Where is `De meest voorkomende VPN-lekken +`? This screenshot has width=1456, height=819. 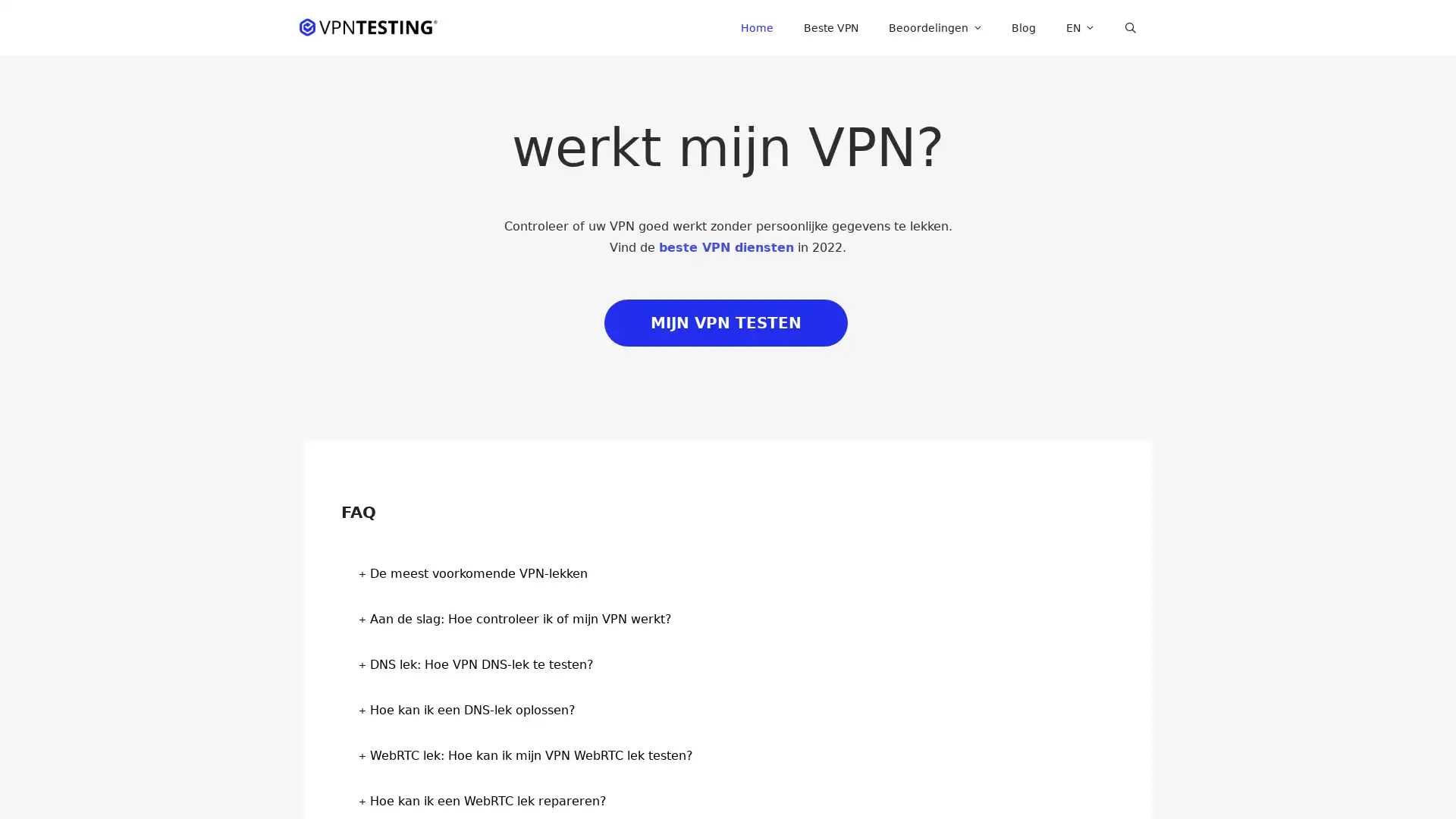 De meest voorkomende VPN-lekken + is located at coordinates (728, 573).